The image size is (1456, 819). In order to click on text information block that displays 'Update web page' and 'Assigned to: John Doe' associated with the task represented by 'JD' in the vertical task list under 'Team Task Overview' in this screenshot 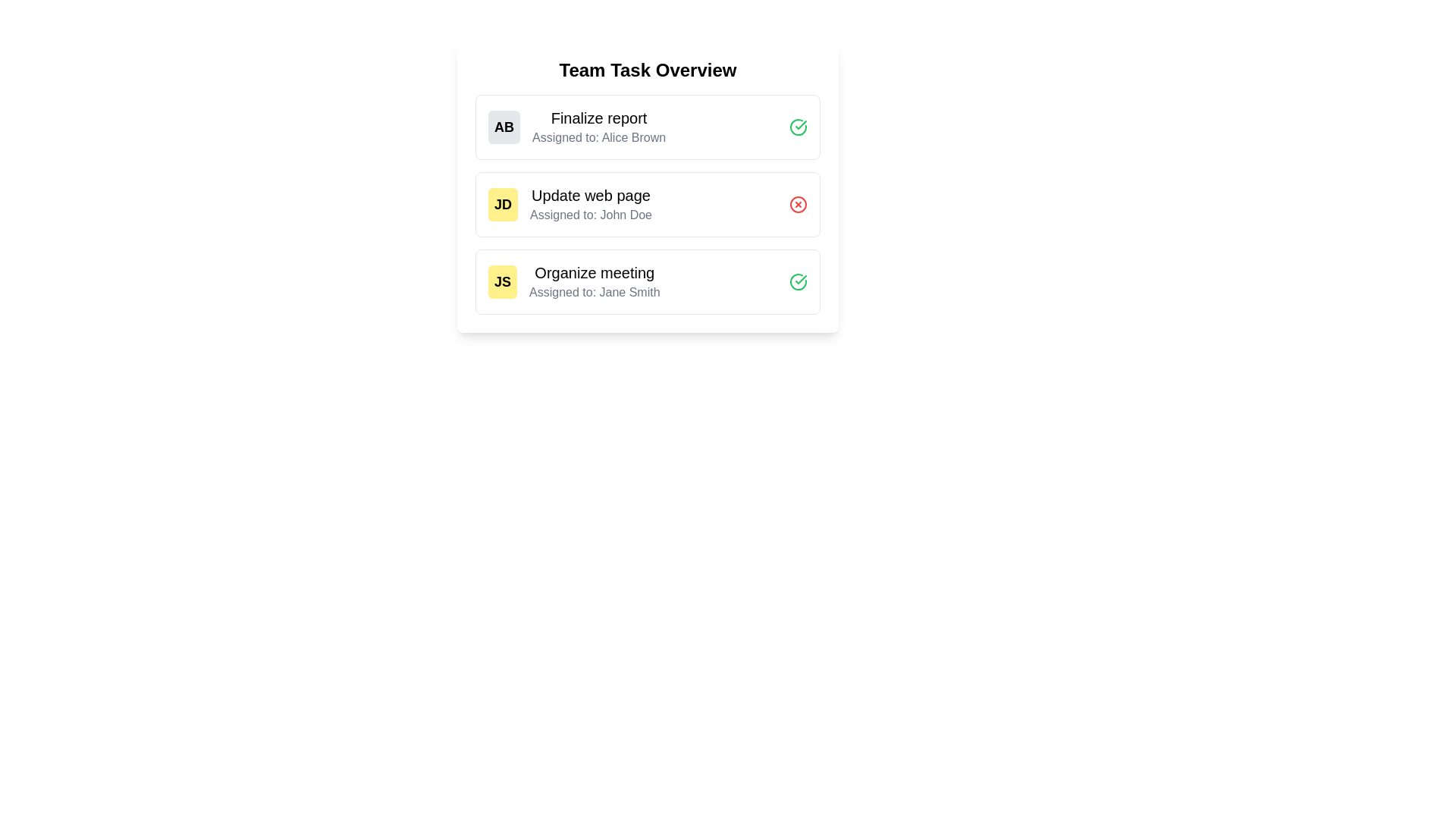, I will do `click(590, 205)`.